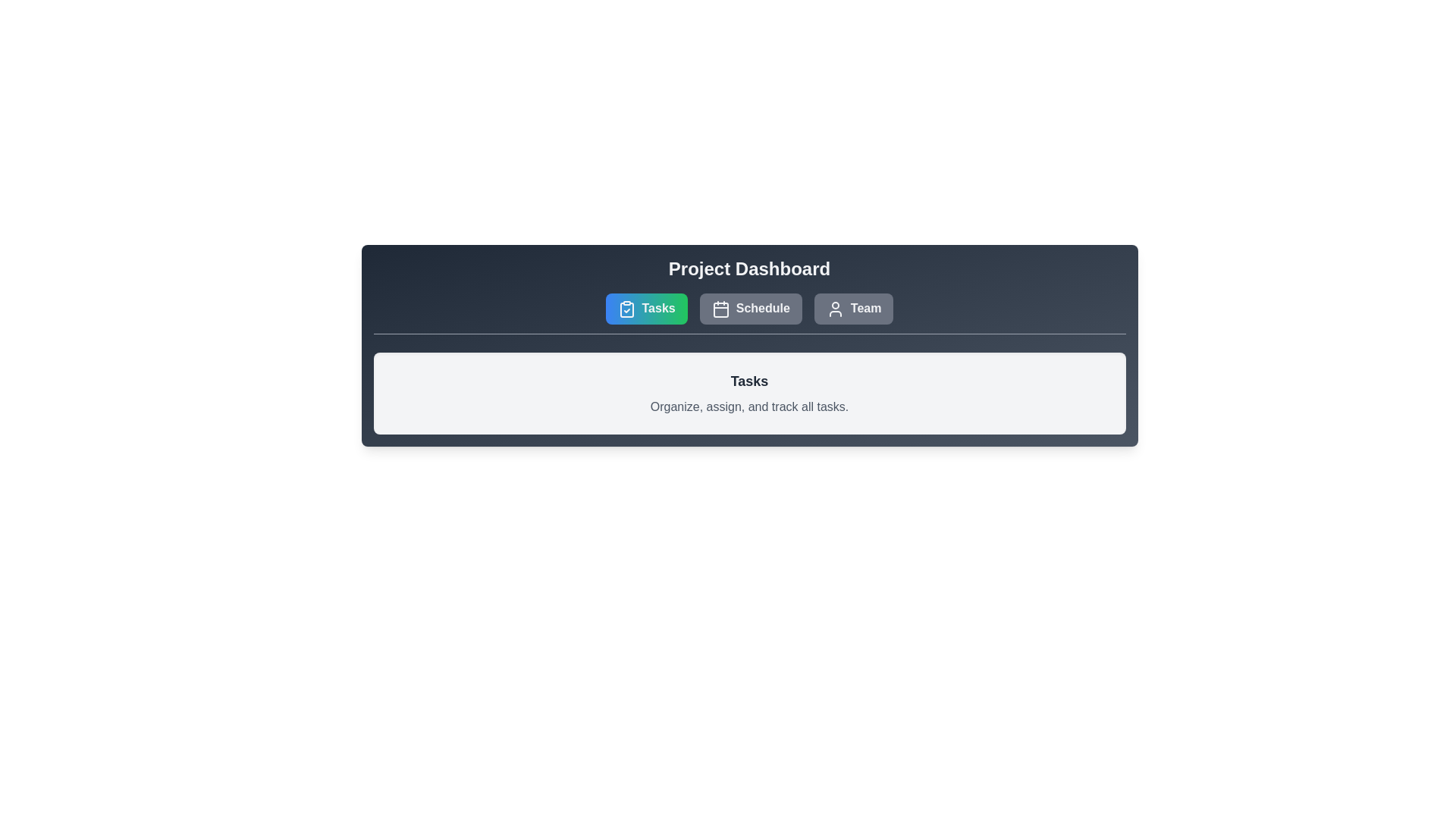 The width and height of the screenshot is (1456, 819). Describe the element at coordinates (749, 268) in the screenshot. I see `the Header label that serves as a title for the current section, positioned above the buttons for 'Tasks', 'Schedule', and 'Team'` at that location.